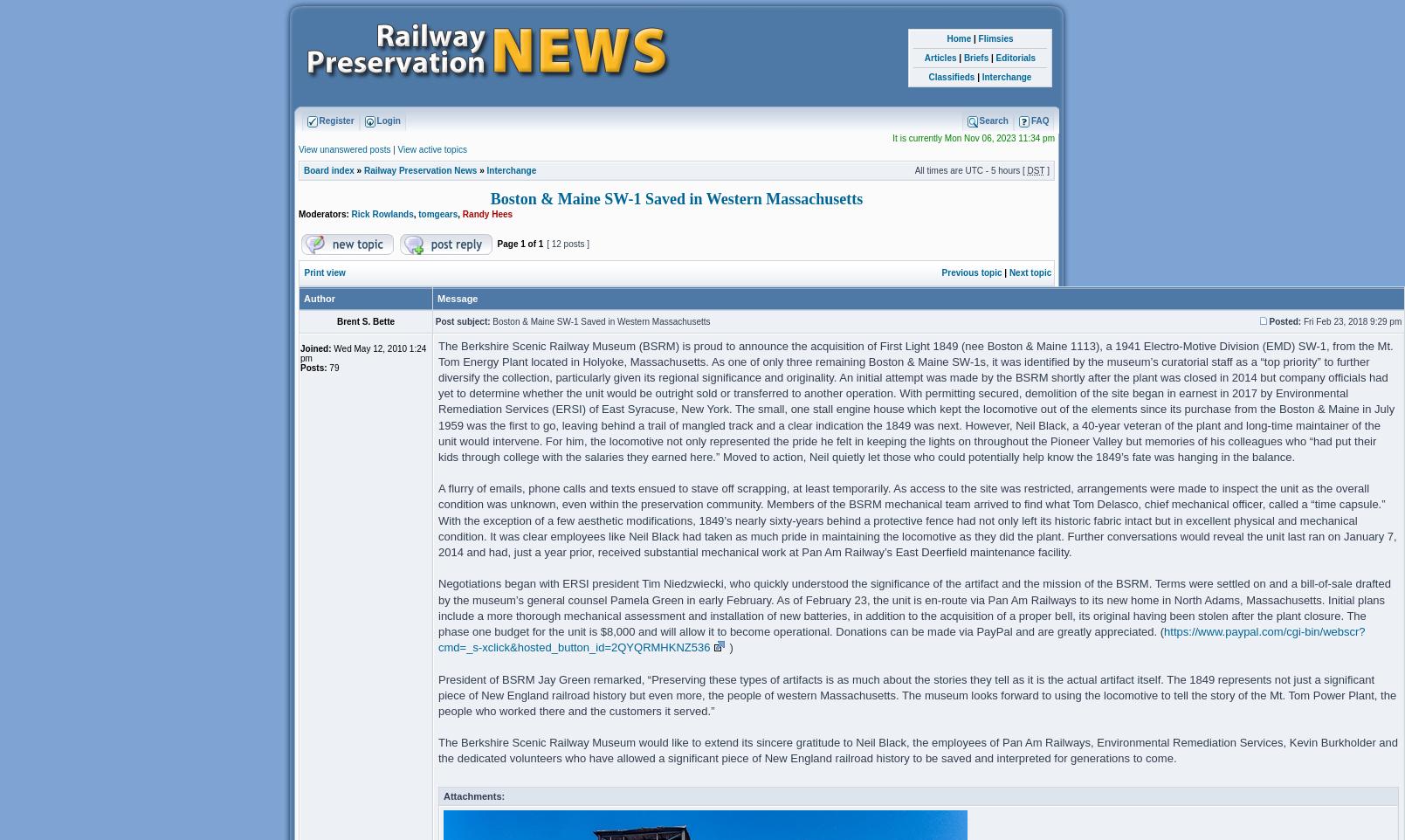 The width and height of the screenshot is (1405, 840). What do you see at coordinates (362, 352) in the screenshot?
I see `'Wed May 12, 2010 1:24 pm'` at bounding box center [362, 352].